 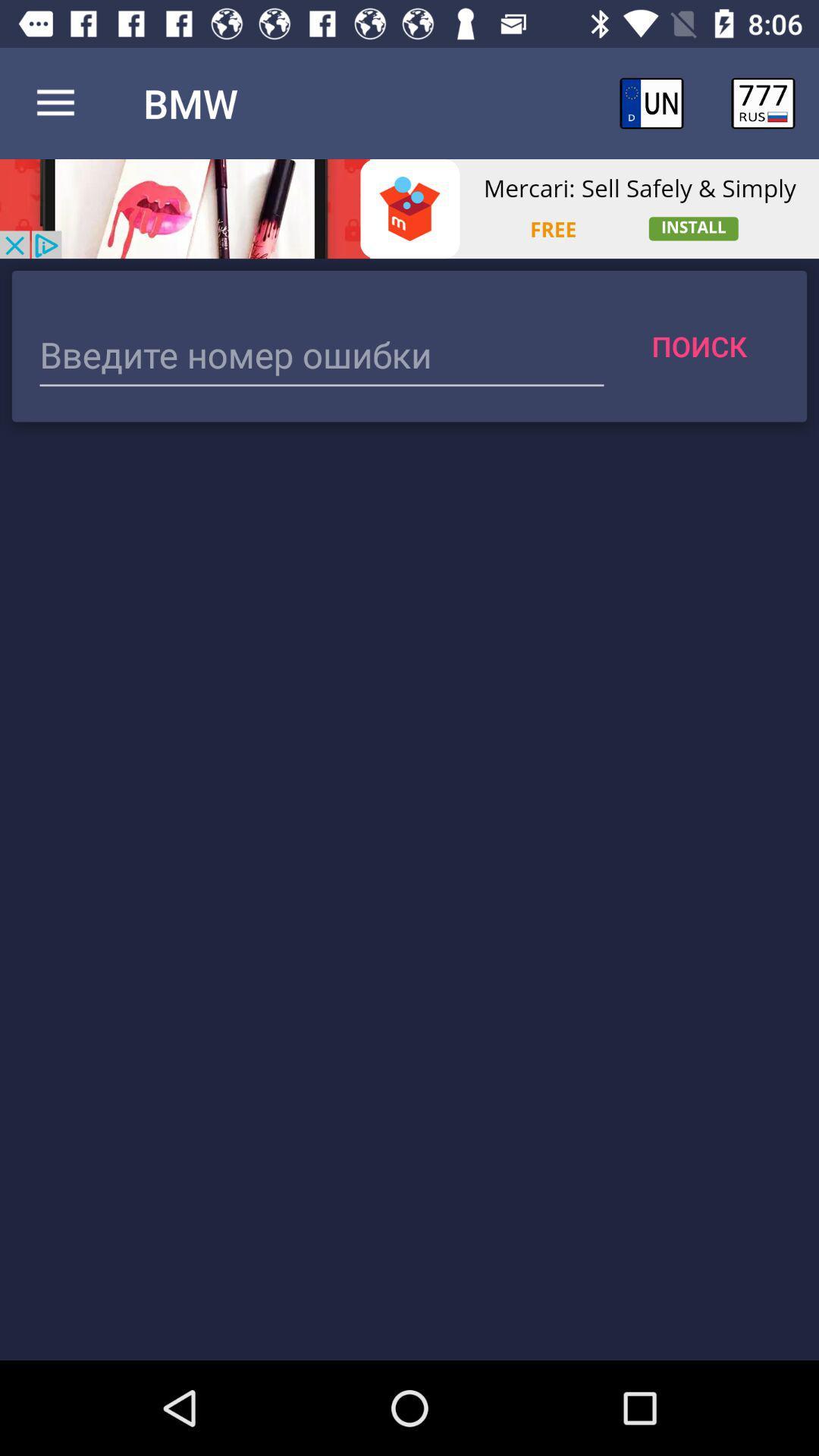 What do you see at coordinates (409, 208) in the screenshot?
I see `advertisement area` at bounding box center [409, 208].